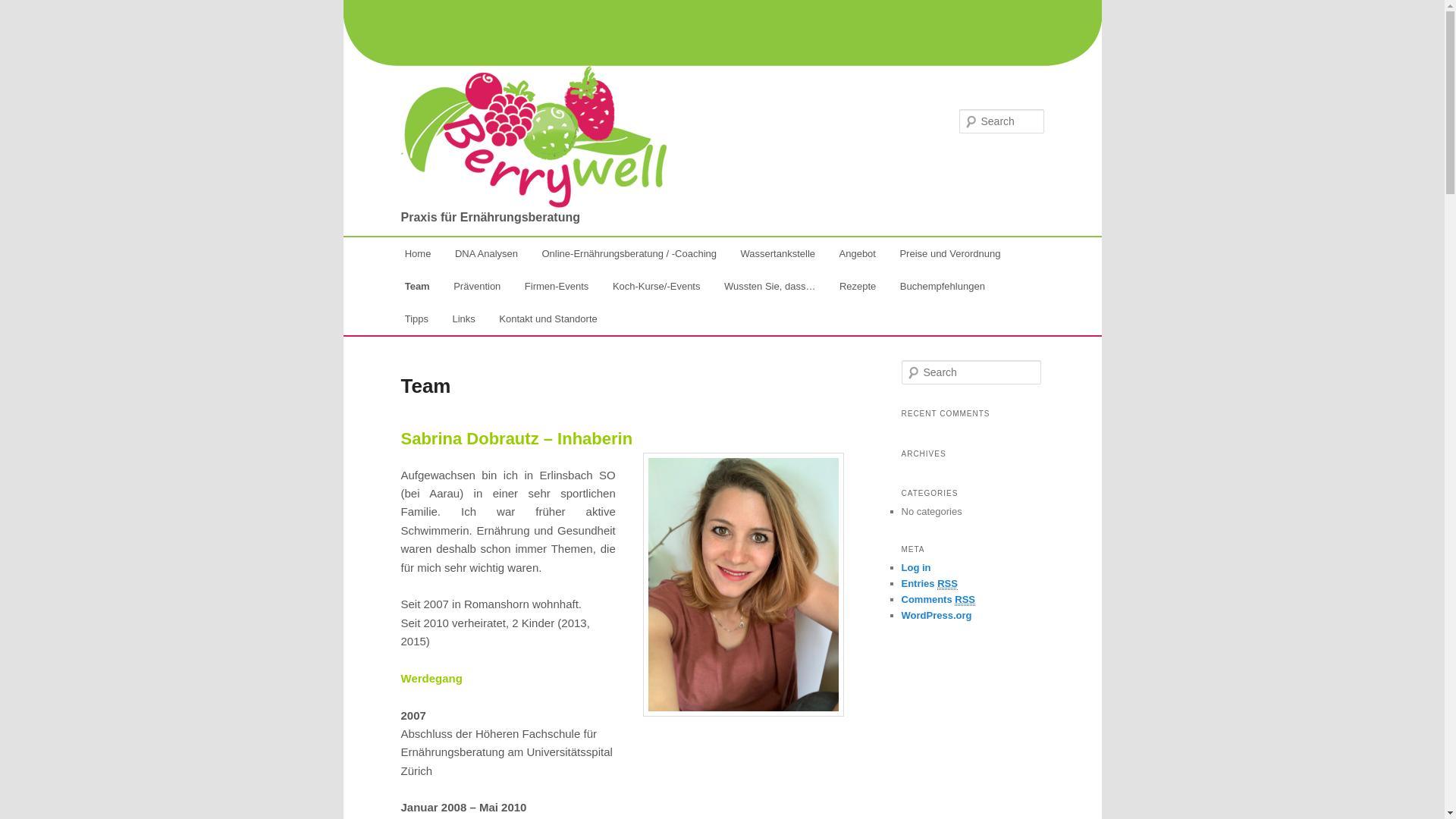 Image resolution: width=1456 pixels, height=819 pixels. I want to click on 'Search', so click(24, 8).